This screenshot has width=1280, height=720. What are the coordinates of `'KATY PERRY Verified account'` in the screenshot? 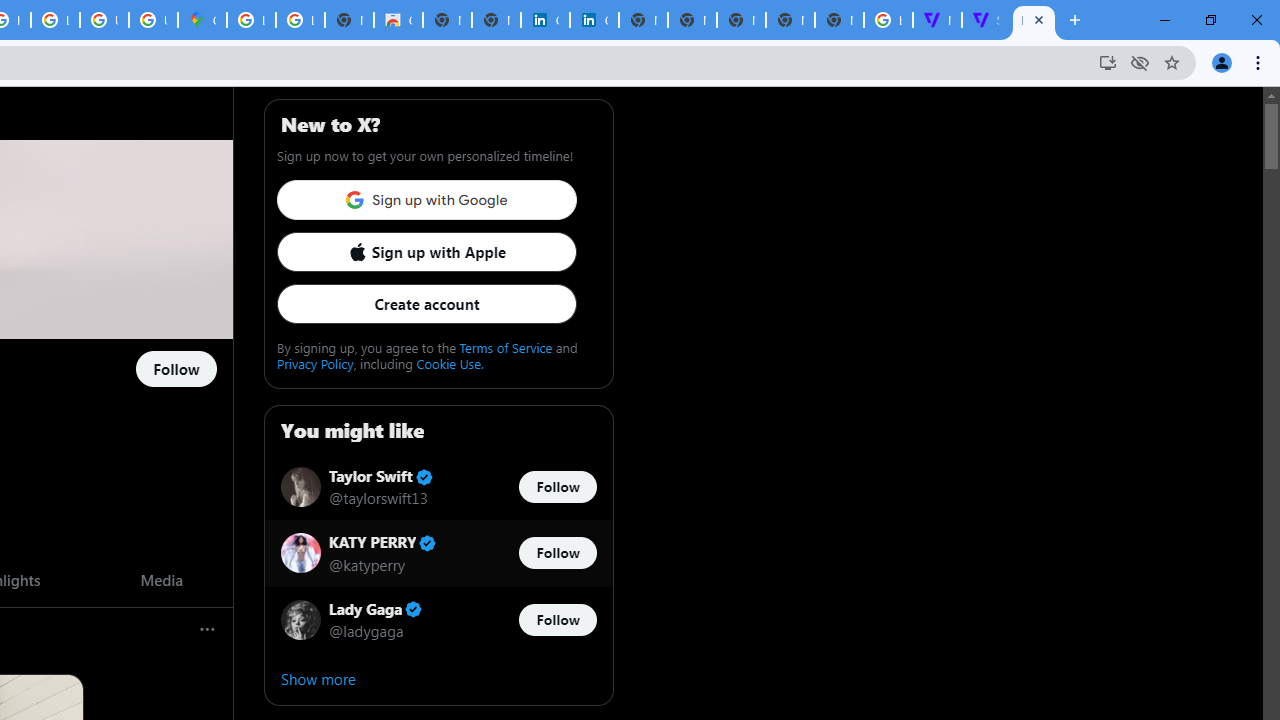 It's located at (383, 543).